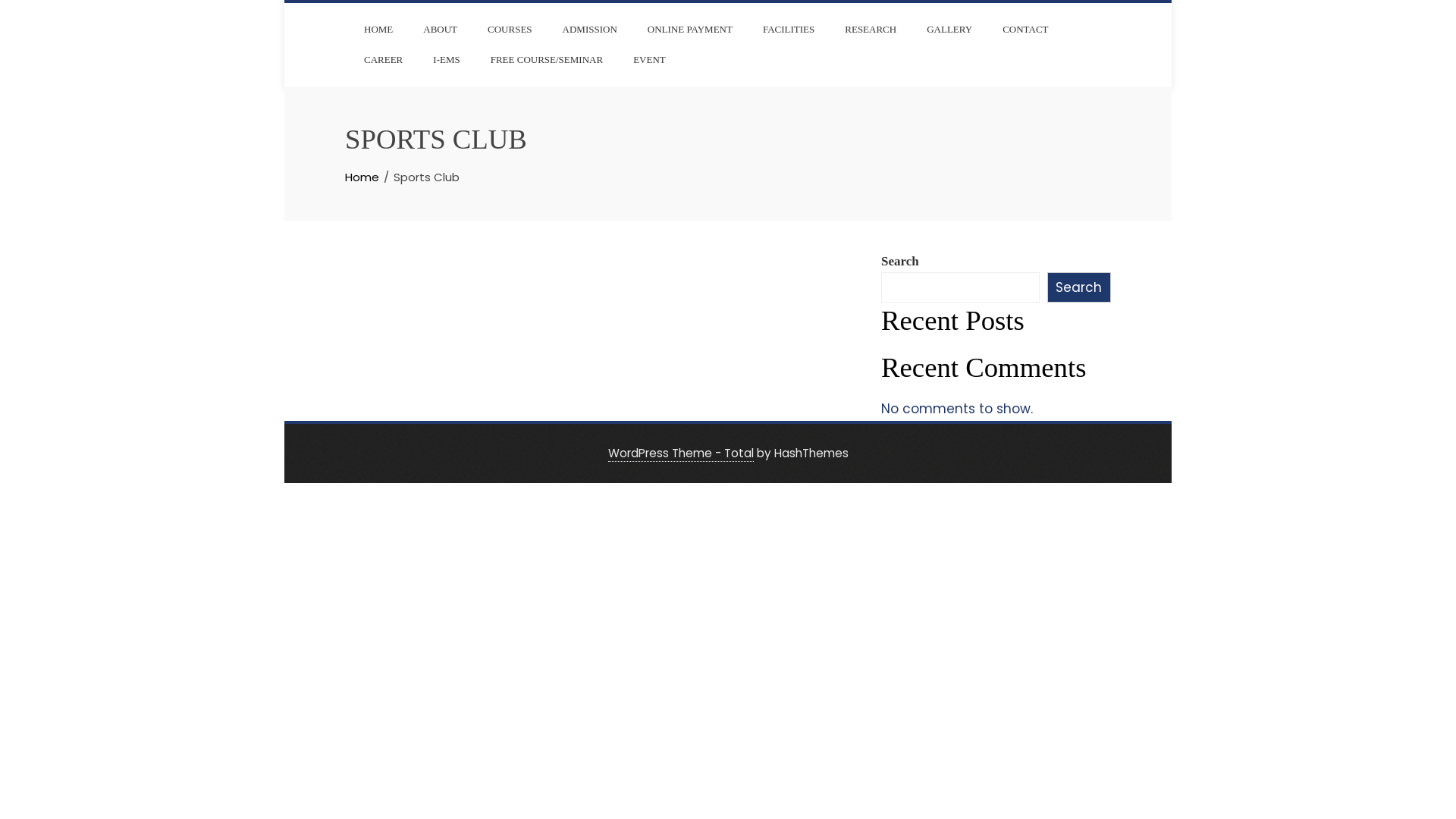  Describe the element at coordinates (949, 29) in the screenshot. I see `'GALLERY'` at that location.